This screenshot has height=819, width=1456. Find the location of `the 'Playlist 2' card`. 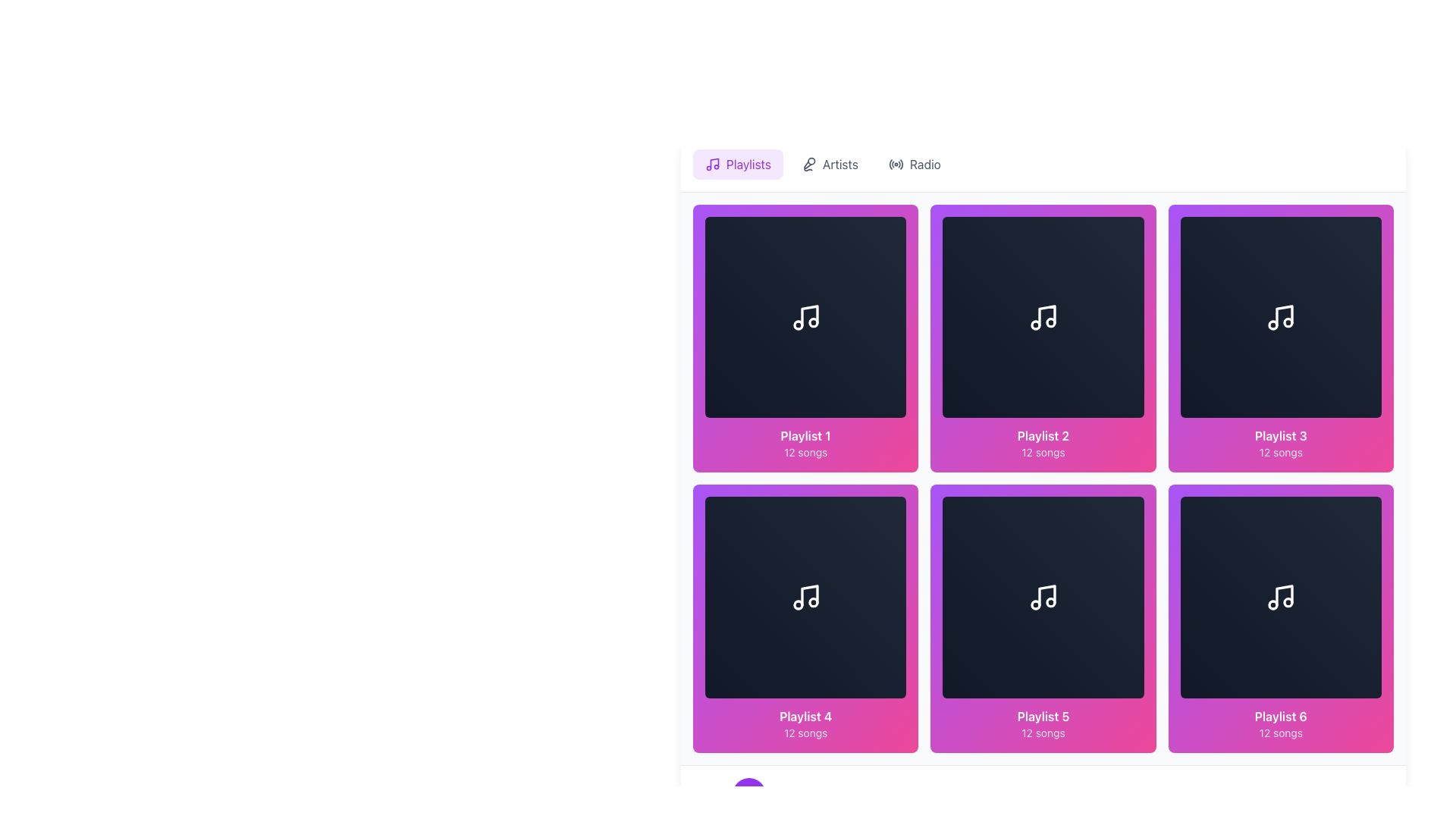

the 'Playlist 2' card is located at coordinates (1043, 337).